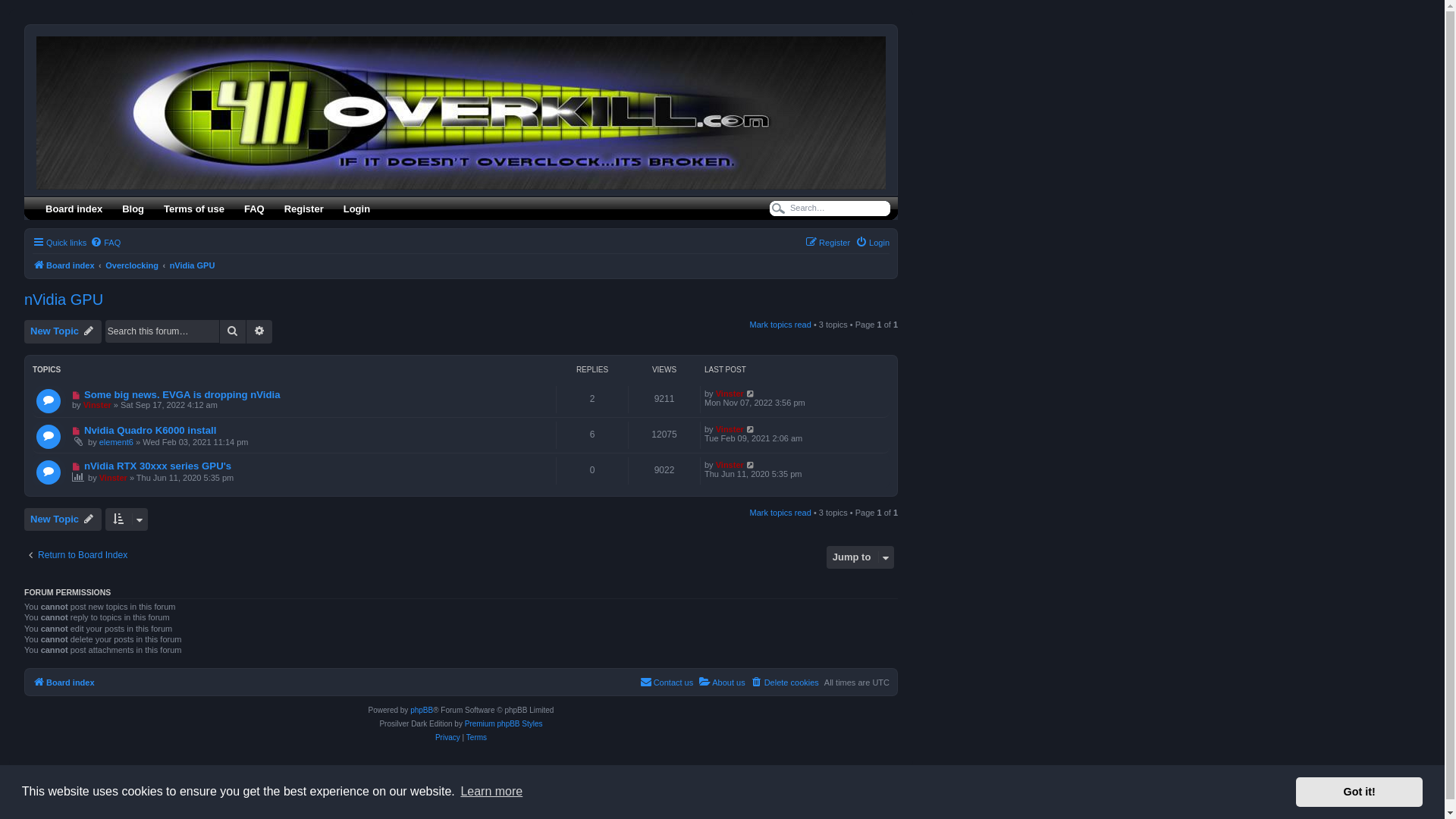  I want to click on 'About us', so click(720, 681).